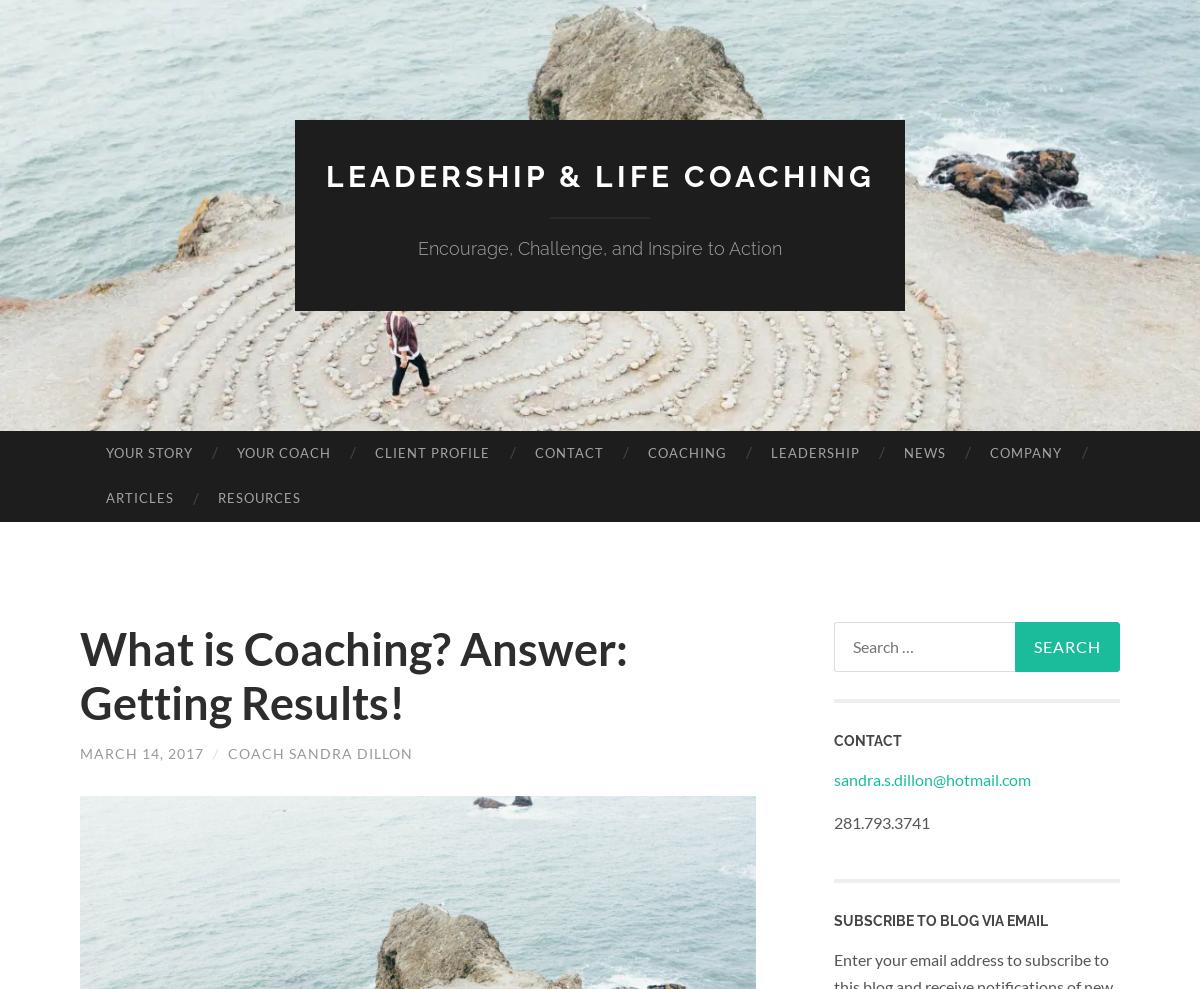 The width and height of the screenshot is (1200, 989). What do you see at coordinates (881, 820) in the screenshot?
I see `'281.793.3741'` at bounding box center [881, 820].